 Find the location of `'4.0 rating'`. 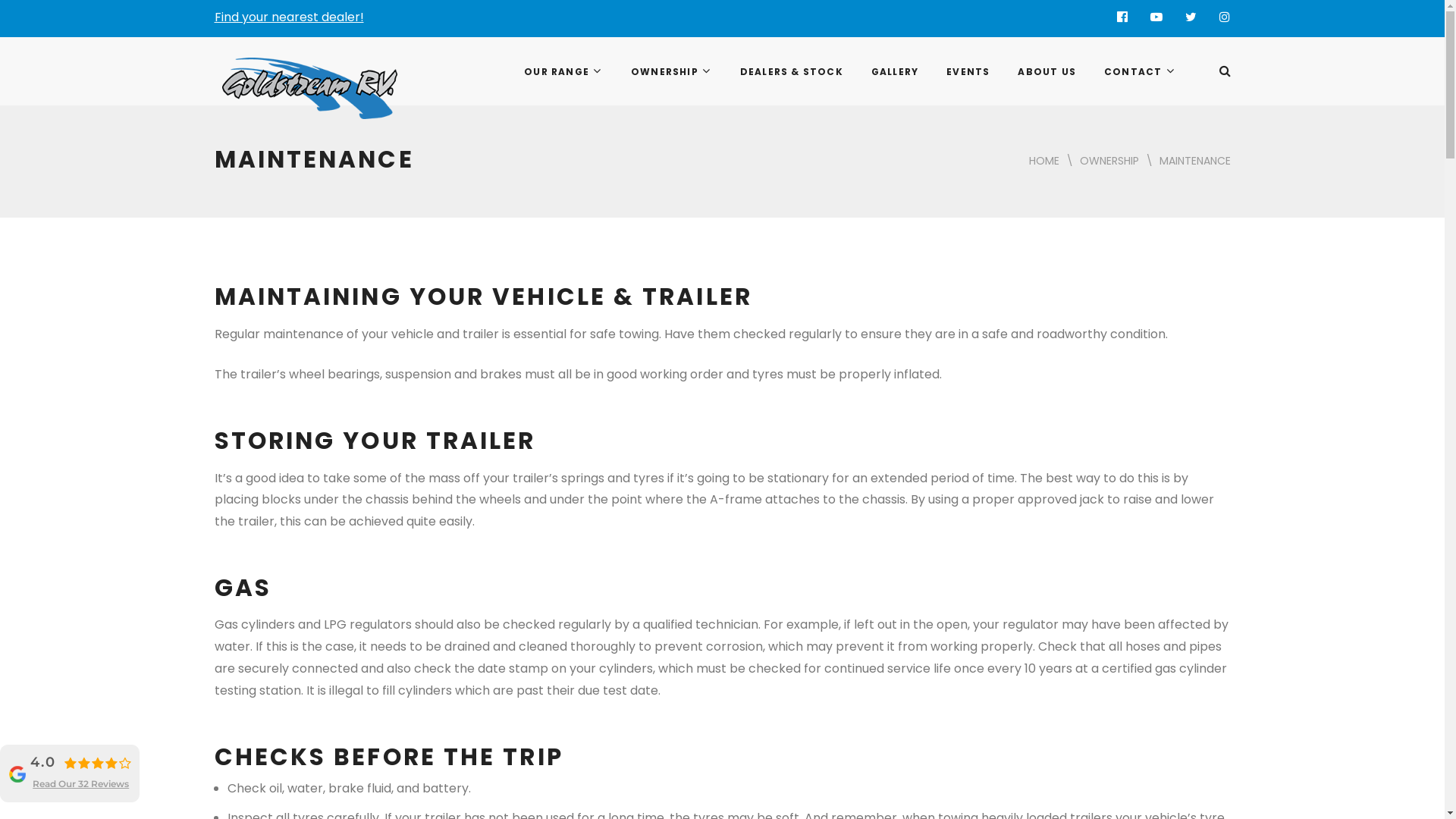

'4.0 rating' is located at coordinates (96, 763).